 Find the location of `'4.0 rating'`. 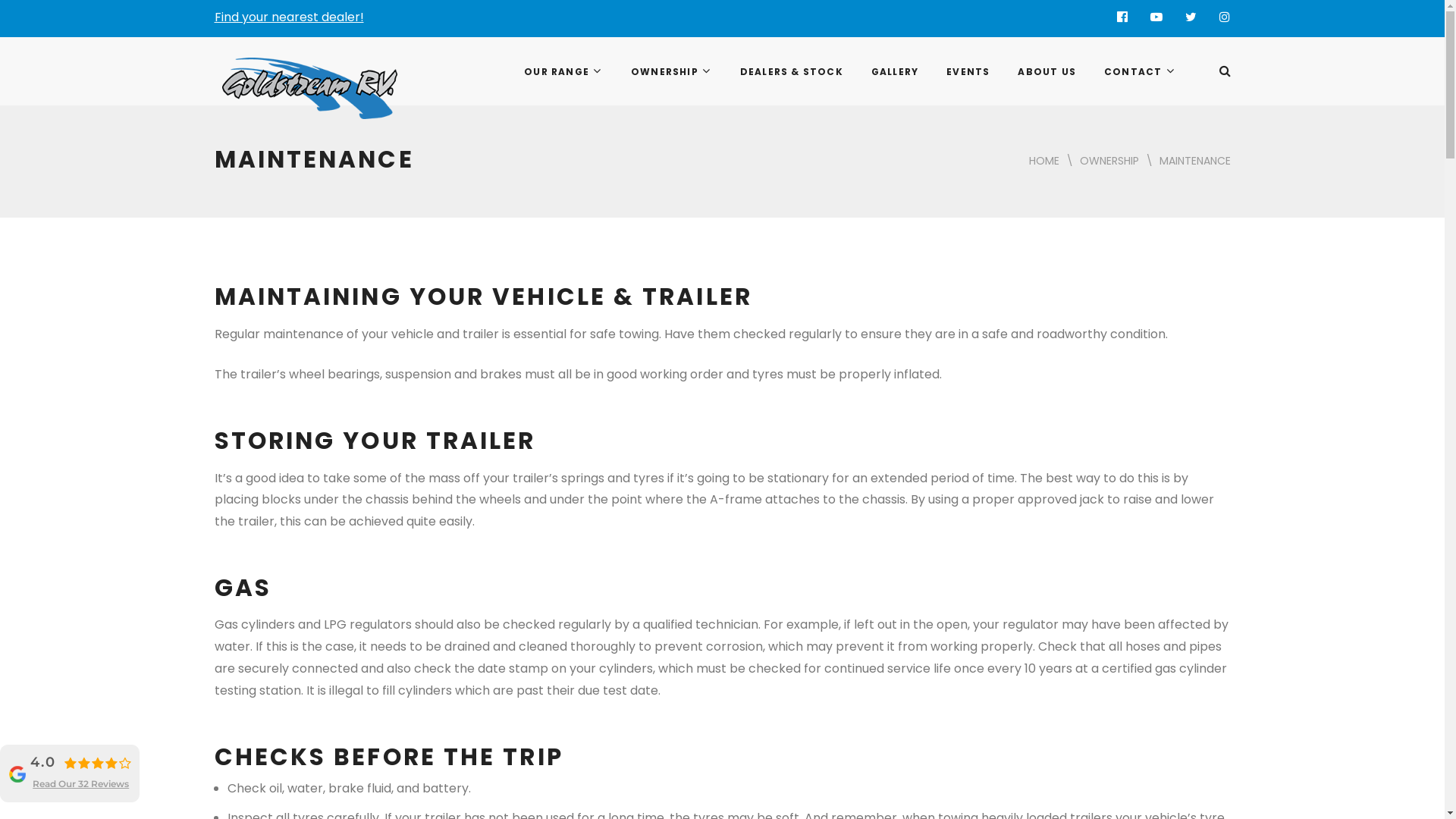

'4.0 rating' is located at coordinates (96, 763).